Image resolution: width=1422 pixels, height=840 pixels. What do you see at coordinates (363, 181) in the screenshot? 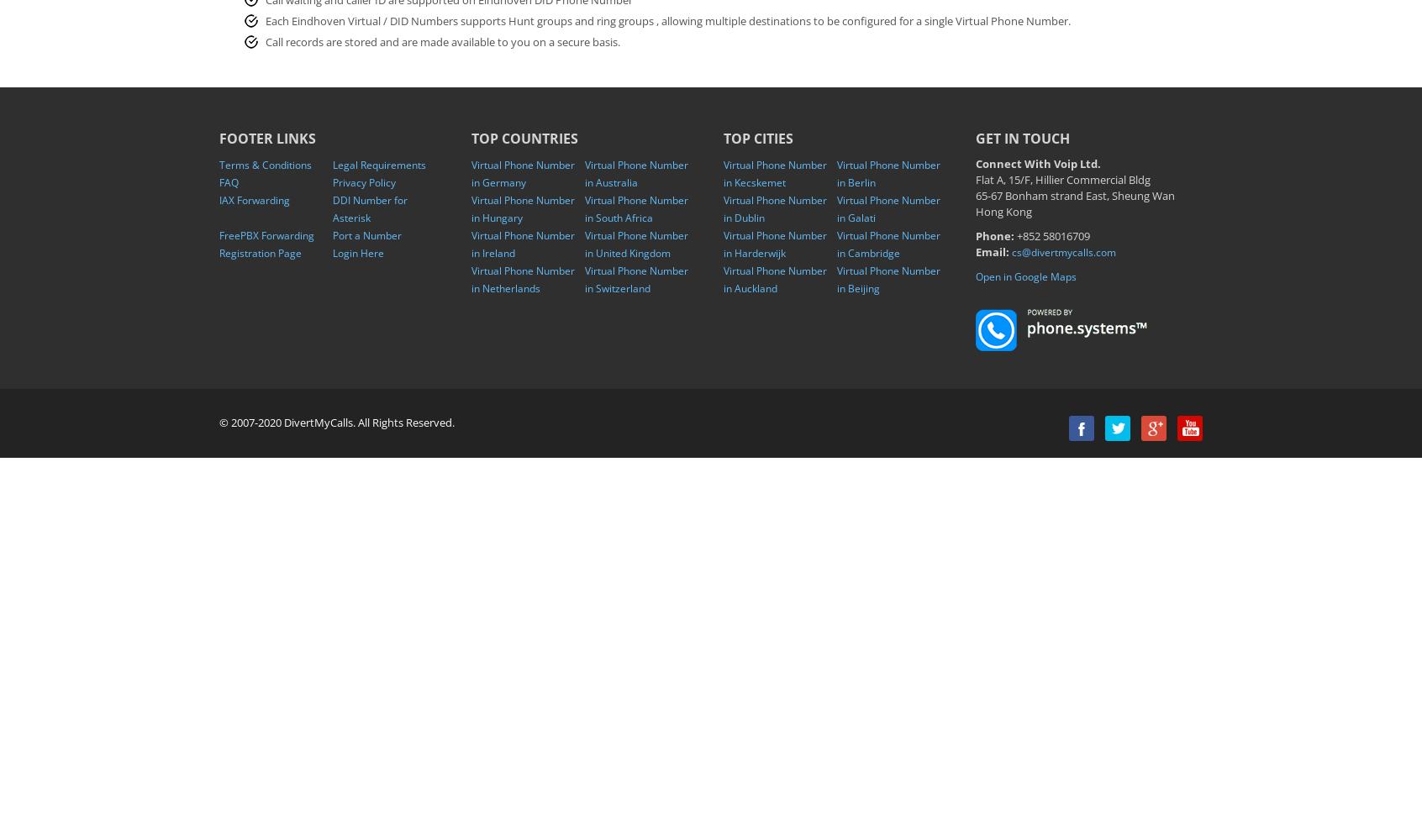
I see `'Privacy Policy'` at bounding box center [363, 181].